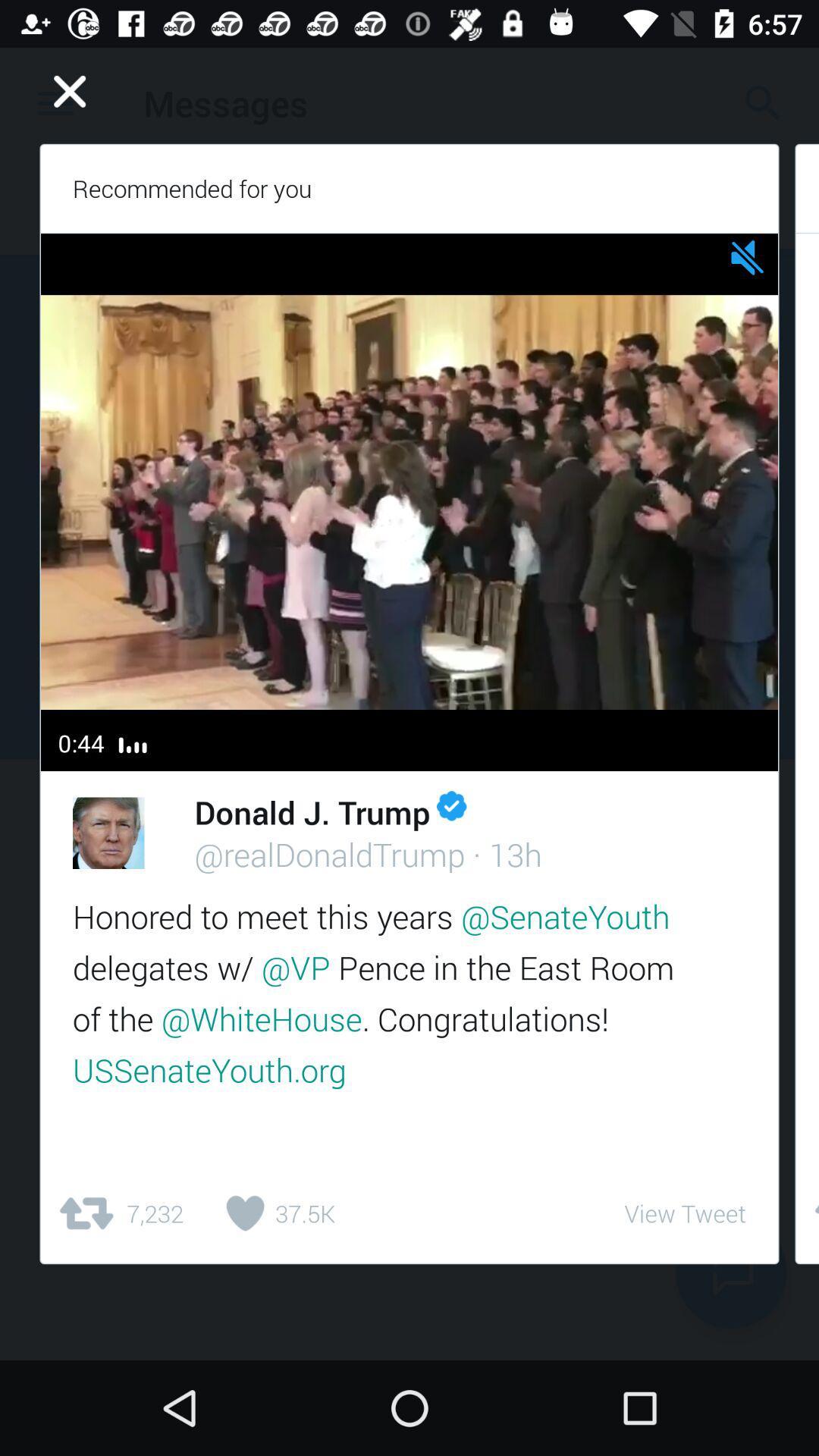 Image resolution: width=819 pixels, height=1456 pixels. What do you see at coordinates (806, 1213) in the screenshot?
I see `the 2,986 item` at bounding box center [806, 1213].